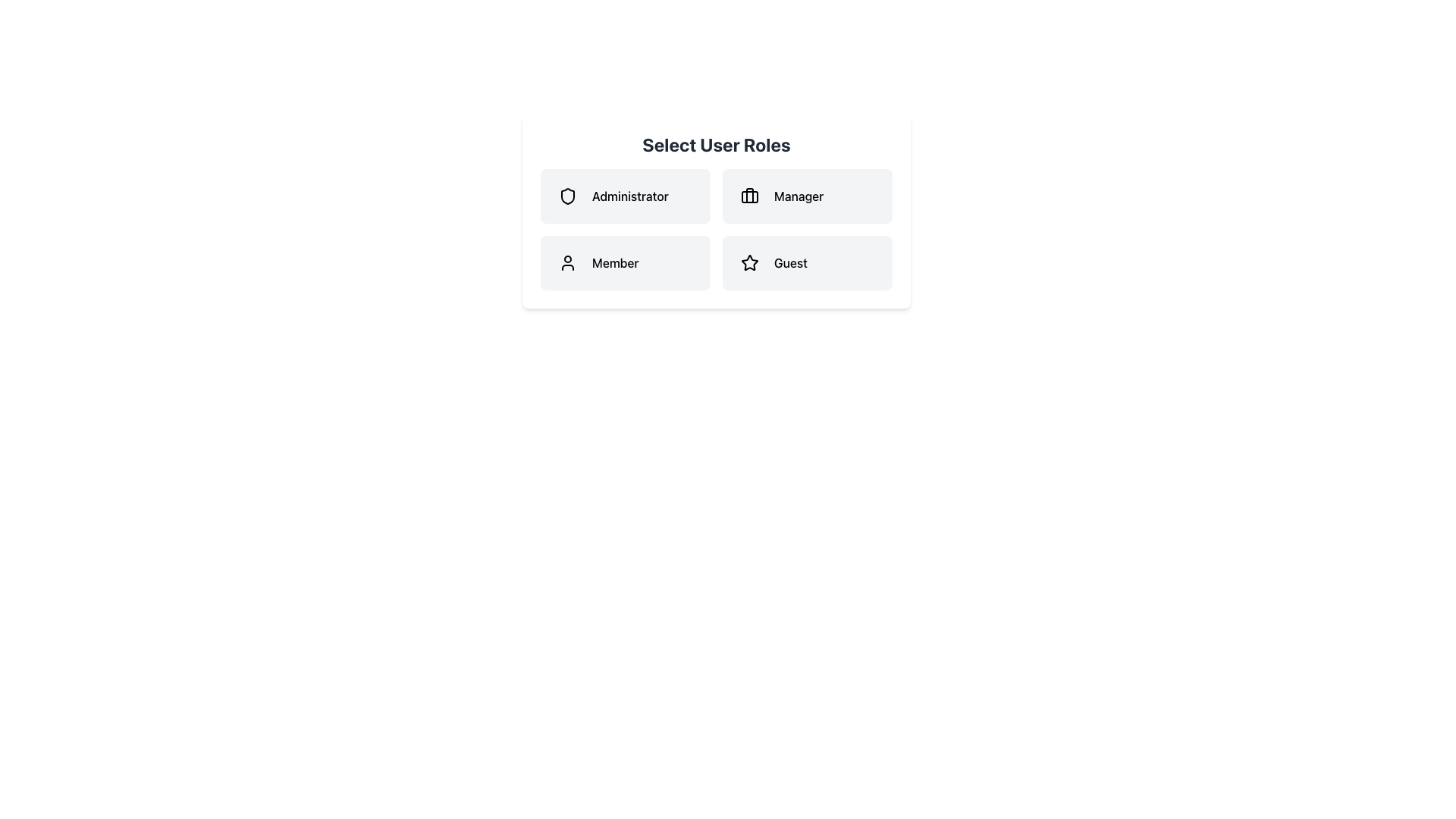  I want to click on the user icon within the button, so click(566, 262).